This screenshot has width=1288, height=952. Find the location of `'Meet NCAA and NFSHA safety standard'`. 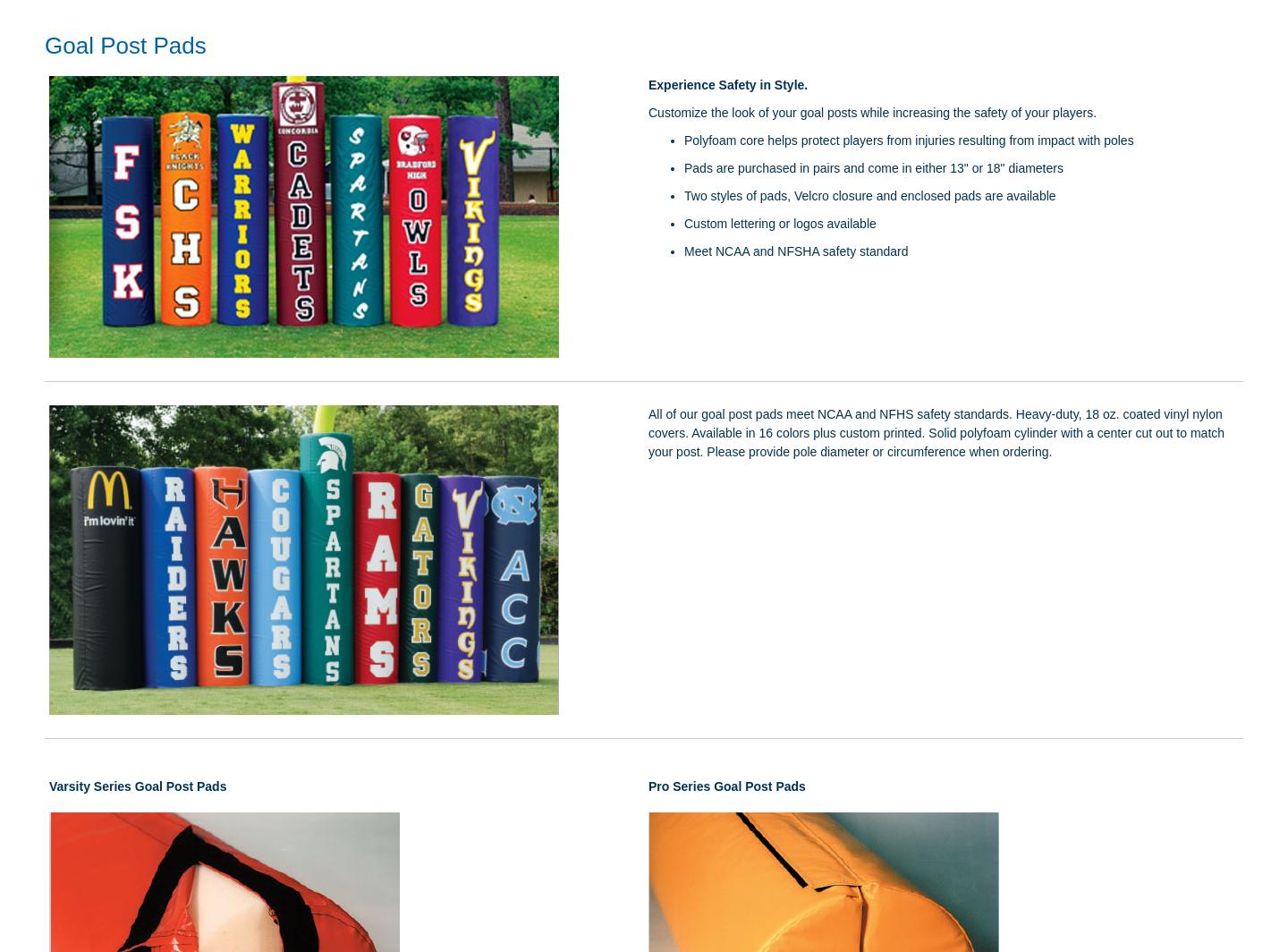

'Meet NCAA and NFSHA safety standard' is located at coordinates (795, 251).